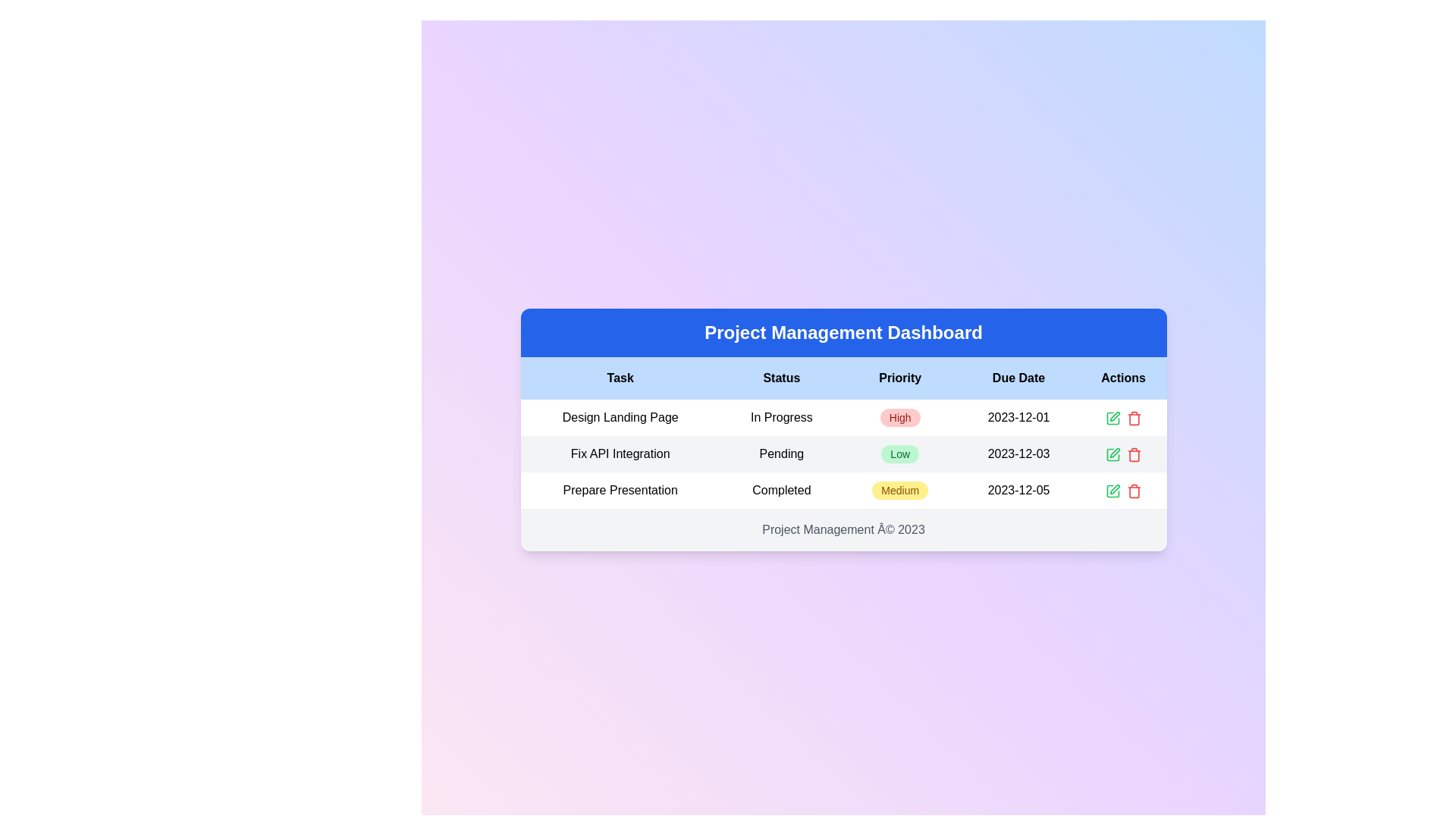  What do you see at coordinates (1134, 418) in the screenshot?
I see `the delete button icon located to the right of the green edit icon on the row for 'Design Landing Page'` at bounding box center [1134, 418].